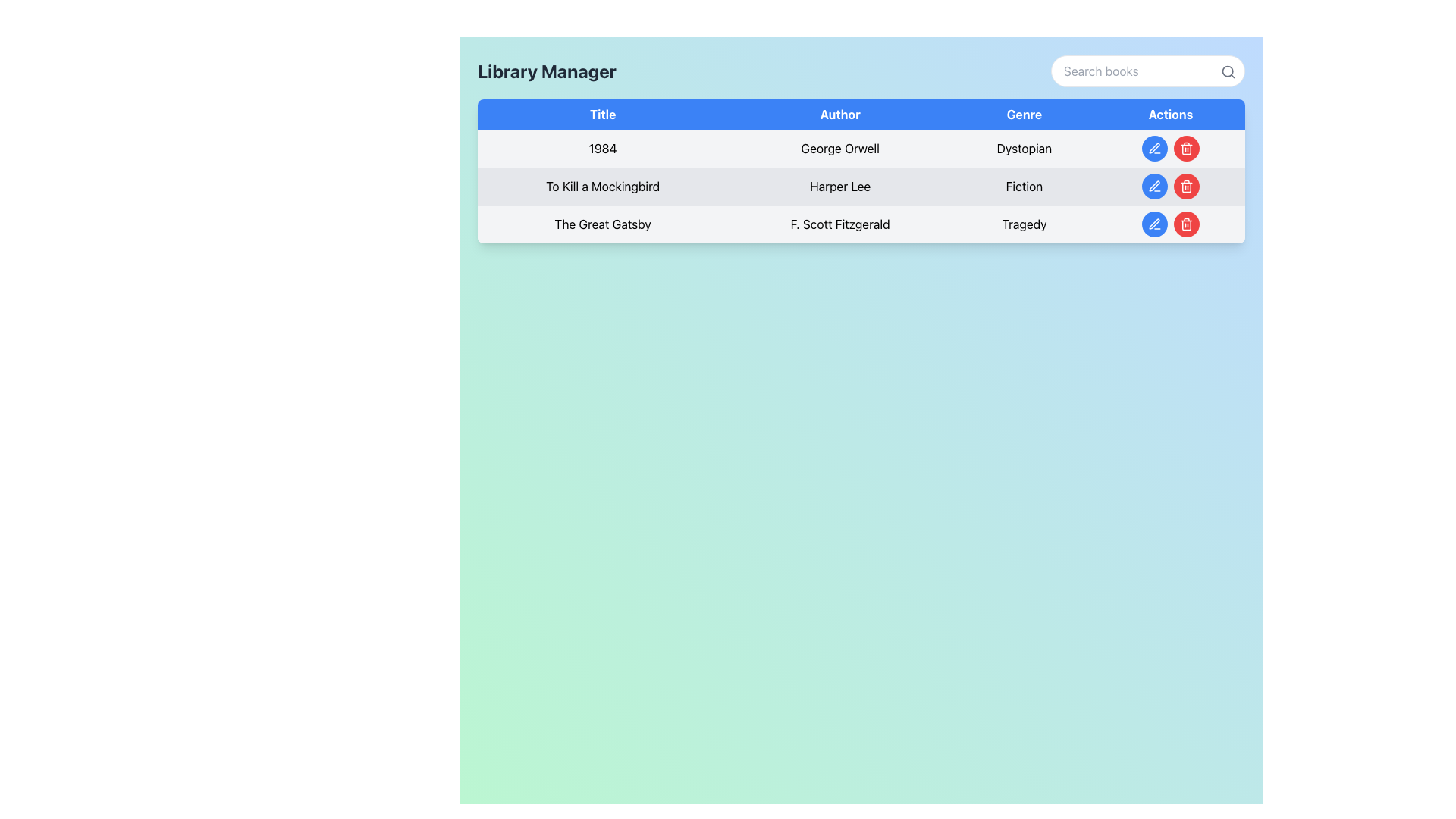 The width and height of the screenshot is (1456, 819). I want to click on the author's name display for the book '1984' in the second column of the data table labeled 'Author', so click(839, 149).